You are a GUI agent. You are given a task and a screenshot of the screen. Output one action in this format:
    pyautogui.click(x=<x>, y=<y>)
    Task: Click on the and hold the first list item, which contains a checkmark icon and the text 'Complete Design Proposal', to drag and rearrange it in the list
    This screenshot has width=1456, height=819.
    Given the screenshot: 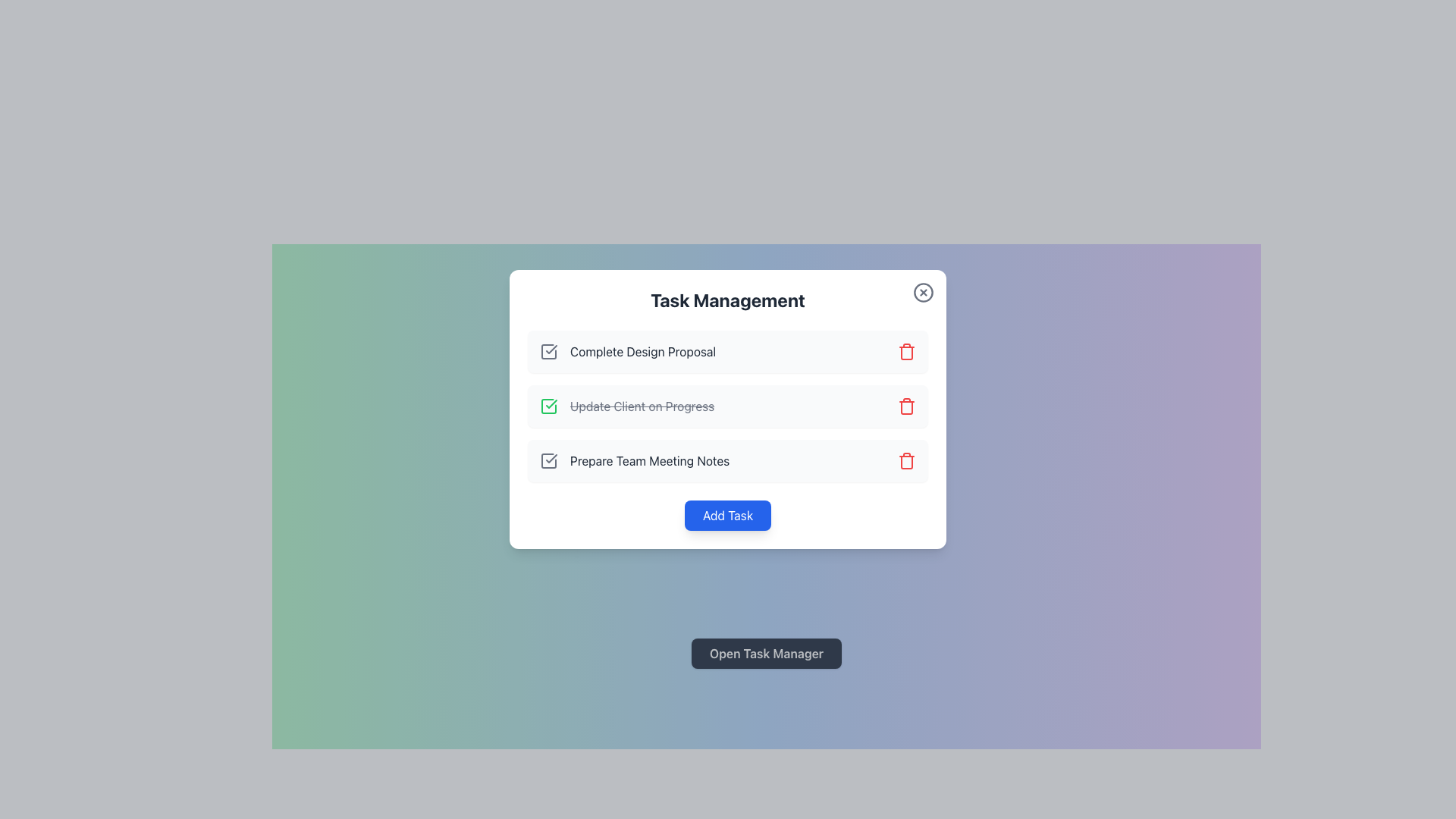 What is the action you would take?
    pyautogui.click(x=628, y=351)
    